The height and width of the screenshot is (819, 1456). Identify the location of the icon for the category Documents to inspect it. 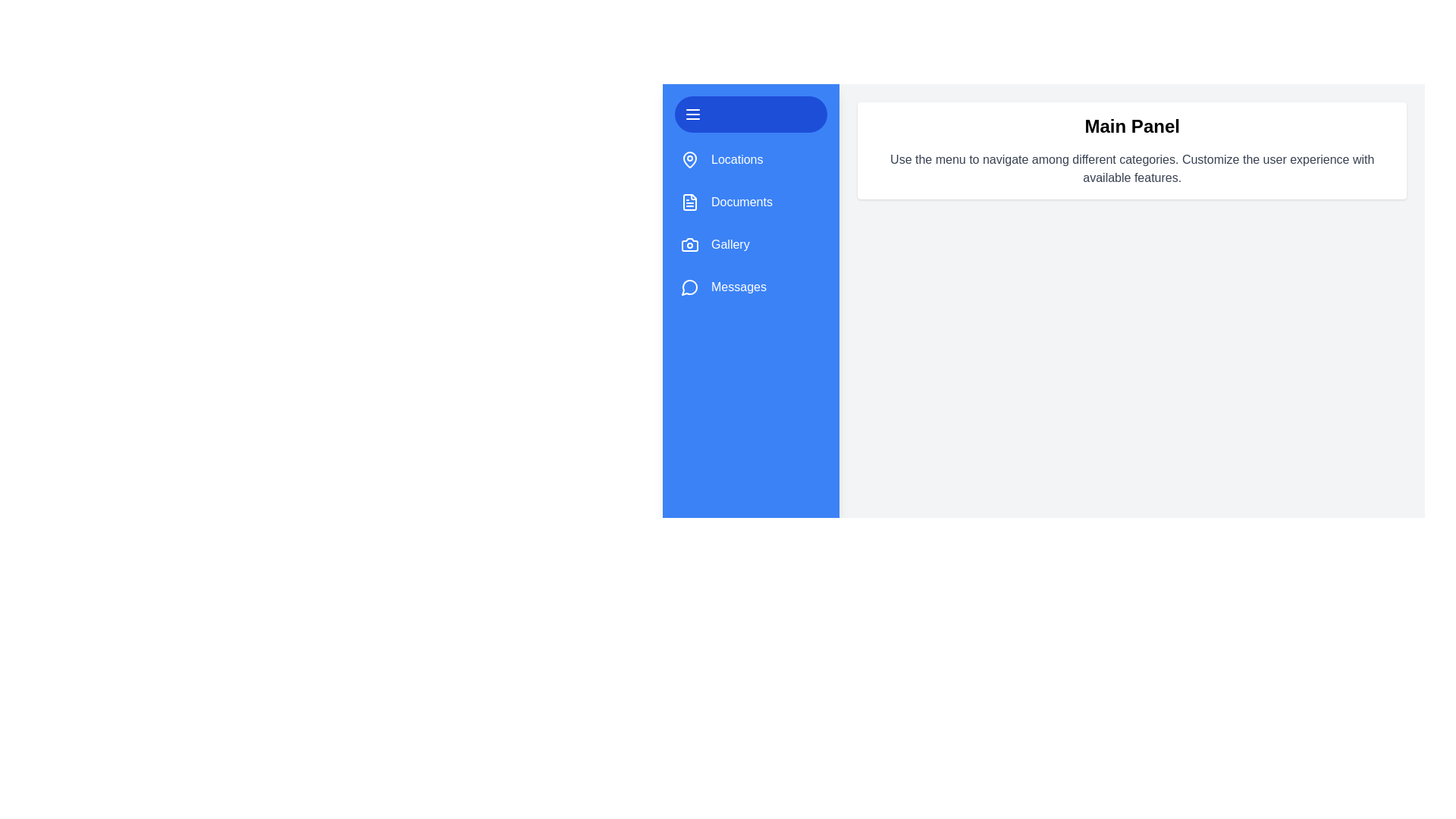
(689, 201).